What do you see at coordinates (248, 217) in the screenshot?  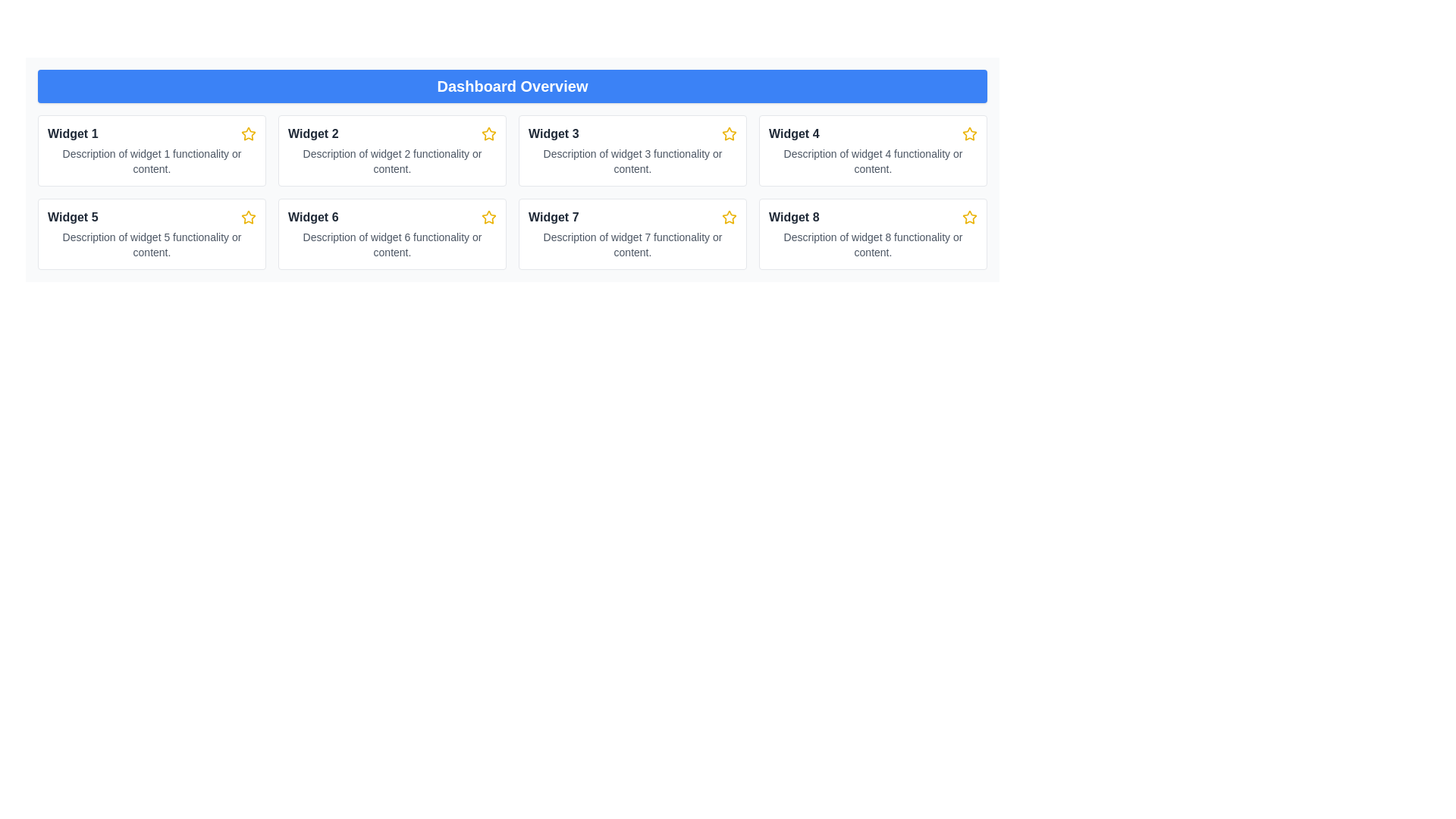 I see `the yellow star-shaped icon adjacent to the text 'Widget 5'` at bounding box center [248, 217].